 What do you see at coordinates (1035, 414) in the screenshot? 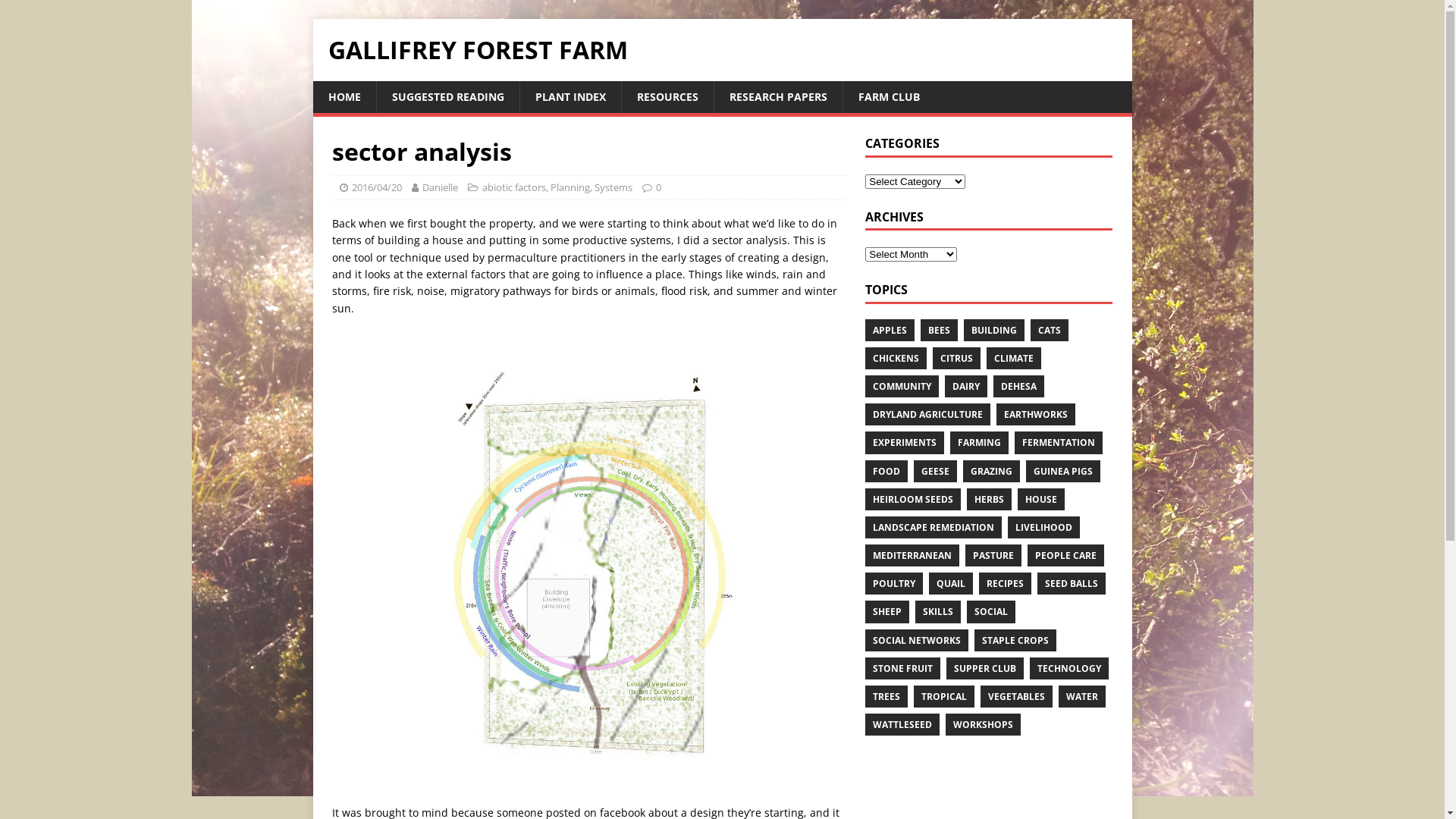
I see `'EARTHWORKS'` at bounding box center [1035, 414].